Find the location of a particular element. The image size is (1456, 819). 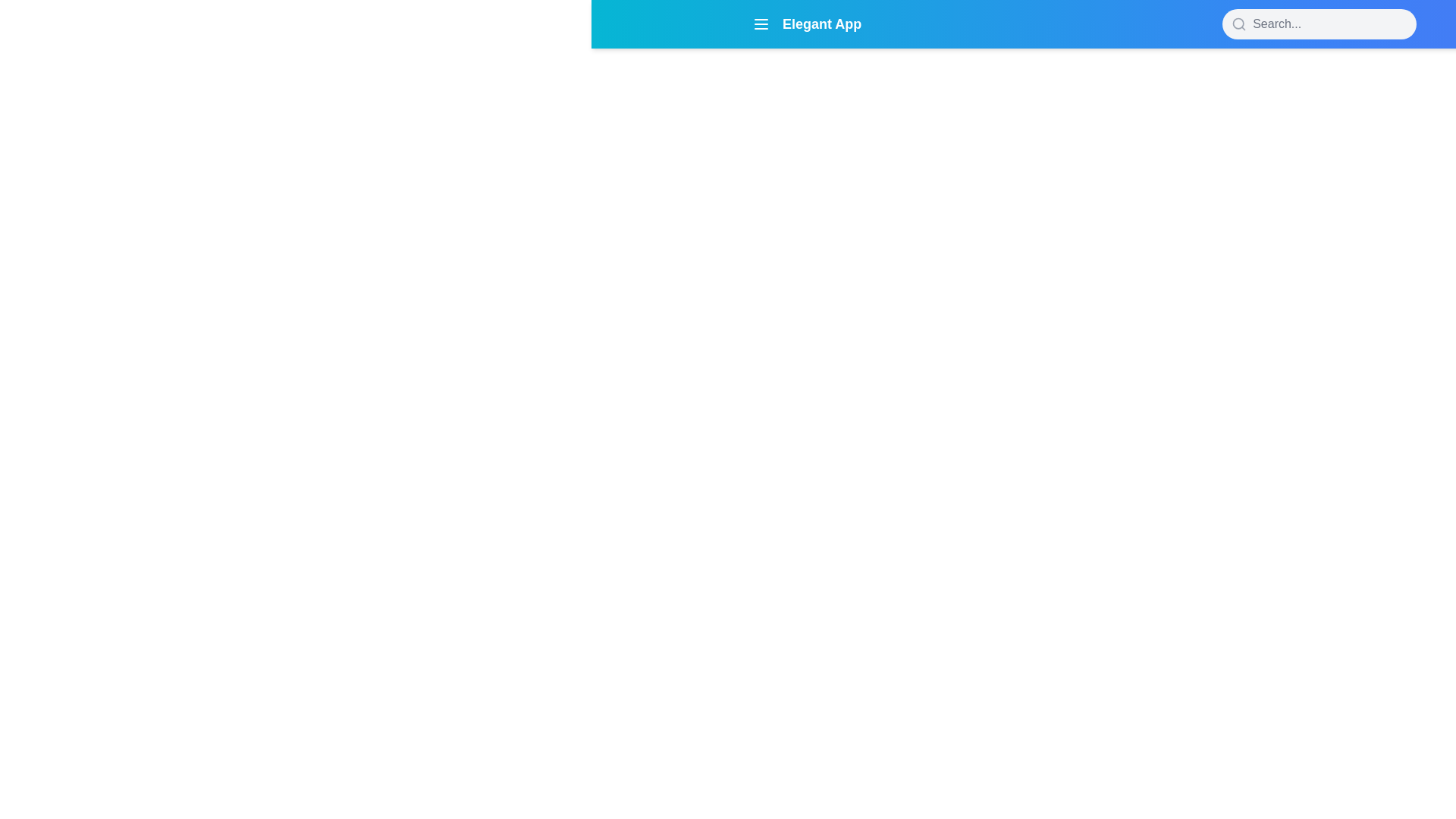

the search icon located at the left edge of the search bar, which visually indicates the search functionality is located at coordinates (1239, 24).